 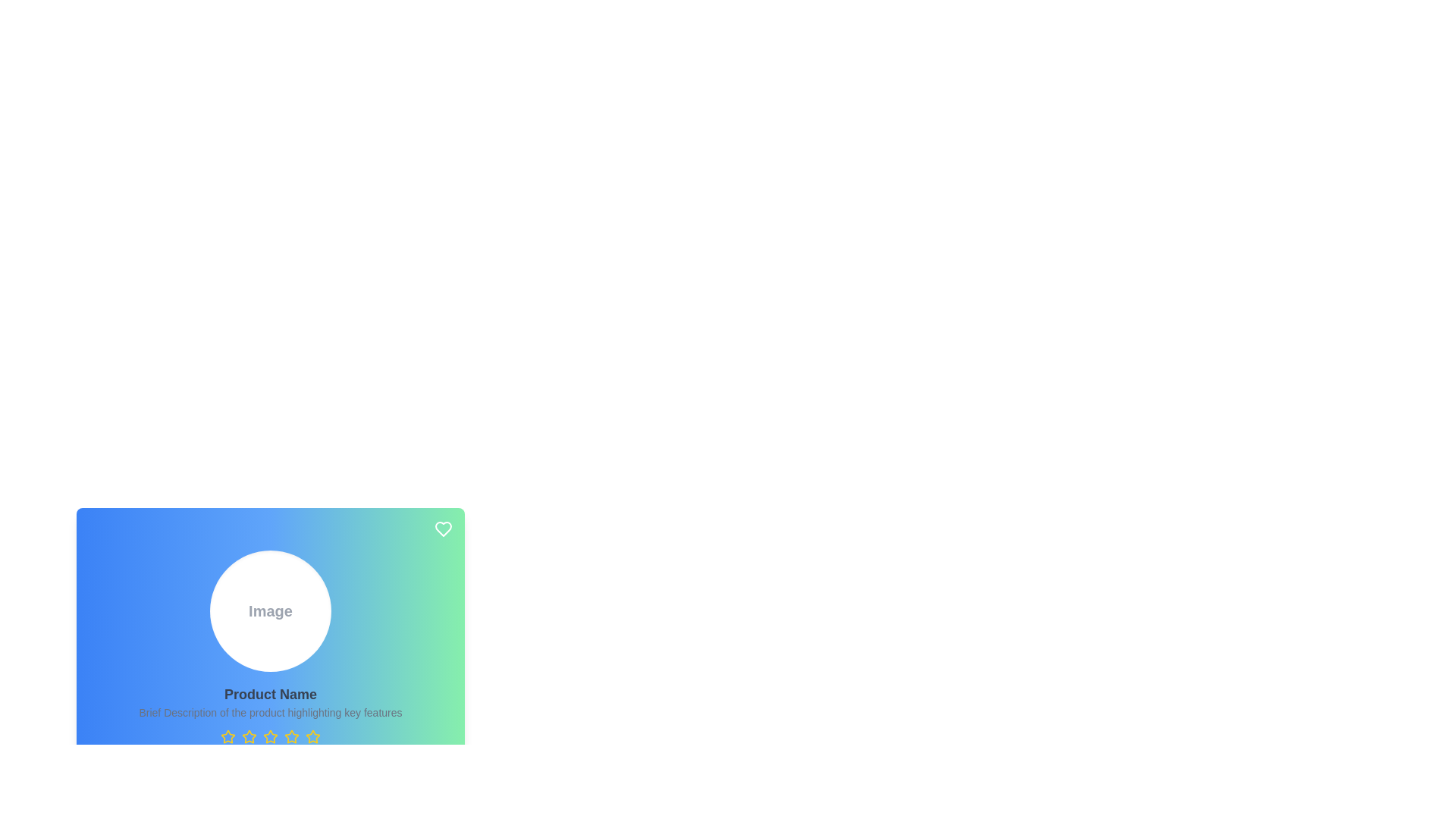 I want to click on the fifth yellow outlined star icon, so click(x=270, y=736).